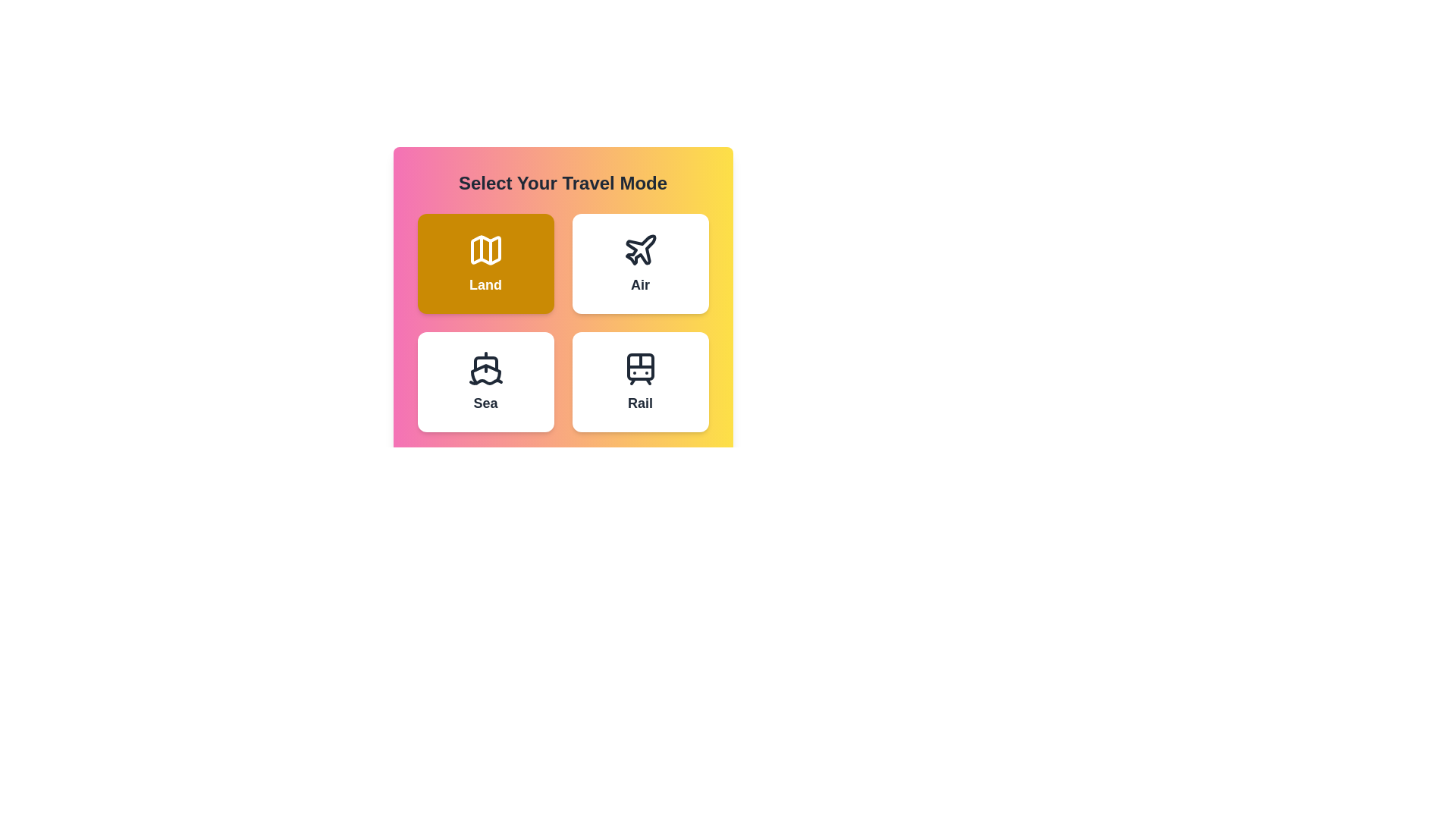 This screenshot has width=1456, height=819. Describe the element at coordinates (640, 381) in the screenshot. I see `the button corresponding to the travel mode Rail` at that location.